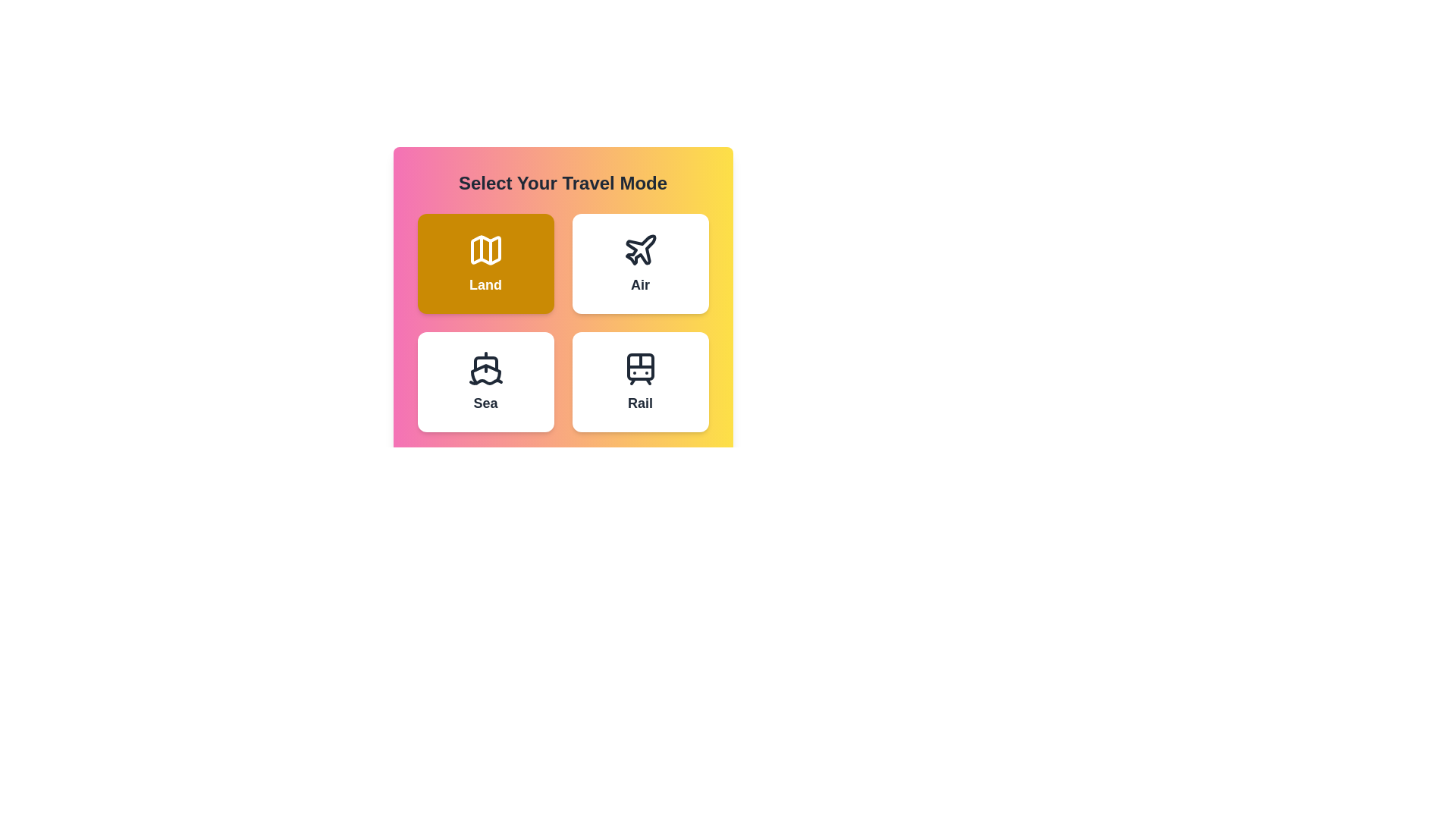 This screenshot has width=1456, height=819. Describe the element at coordinates (640, 381) in the screenshot. I see `the button corresponding to the travel mode Rail` at that location.